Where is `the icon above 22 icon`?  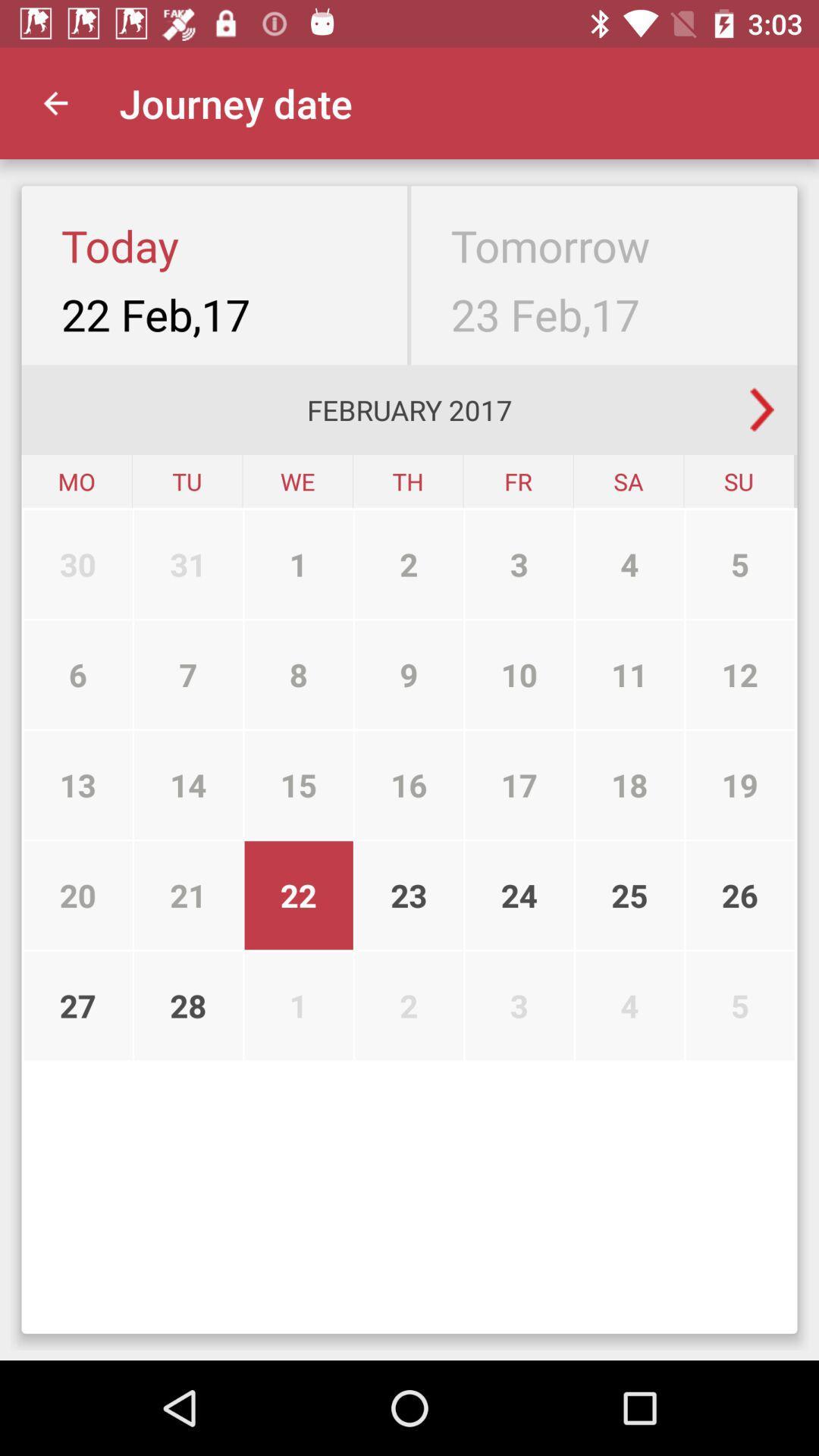
the icon above 22 icon is located at coordinates (408, 785).